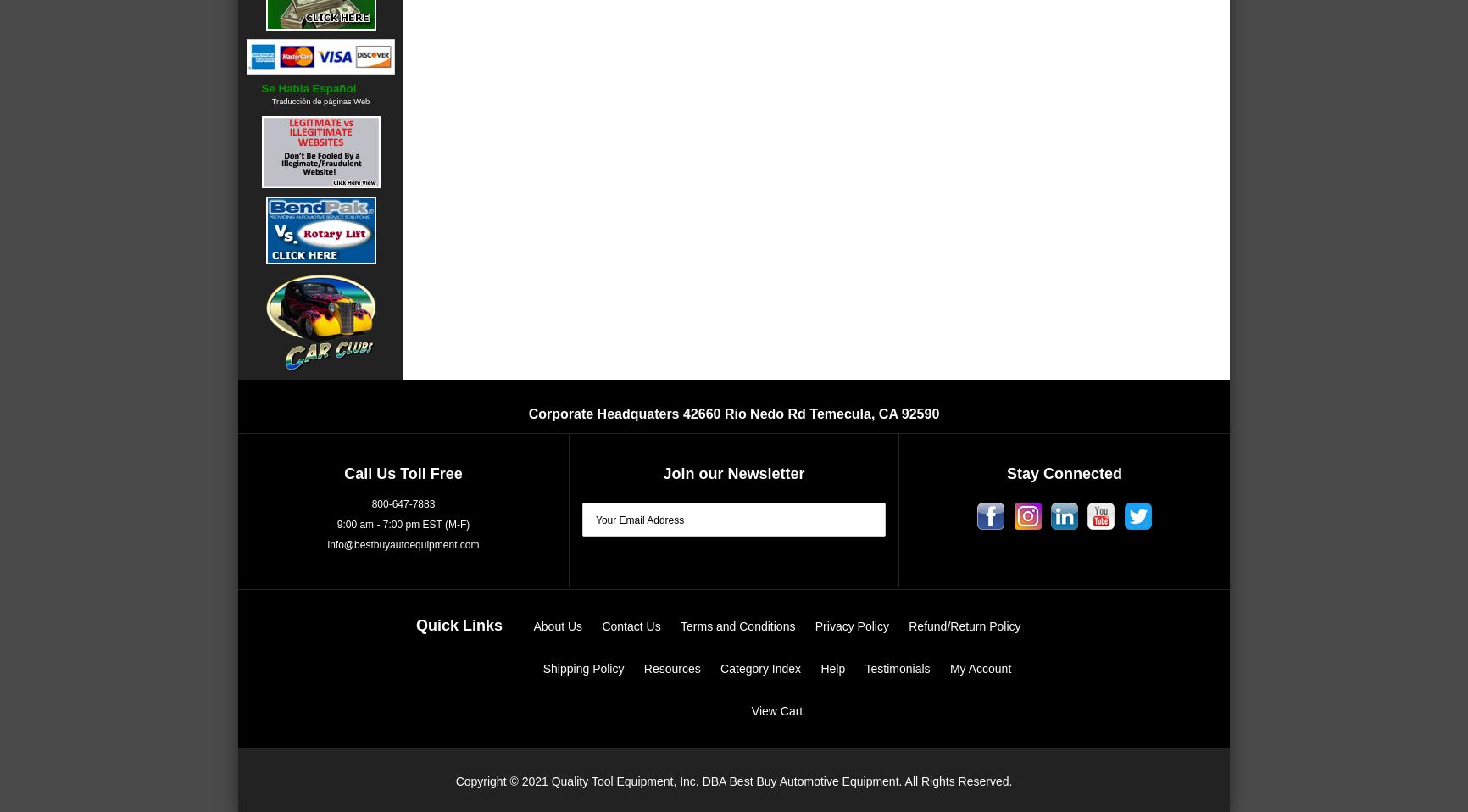 This screenshot has height=812, width=1468. Describe the element at coordinates (979, 667) in the screenshot. I see `'My Account'` at that location.